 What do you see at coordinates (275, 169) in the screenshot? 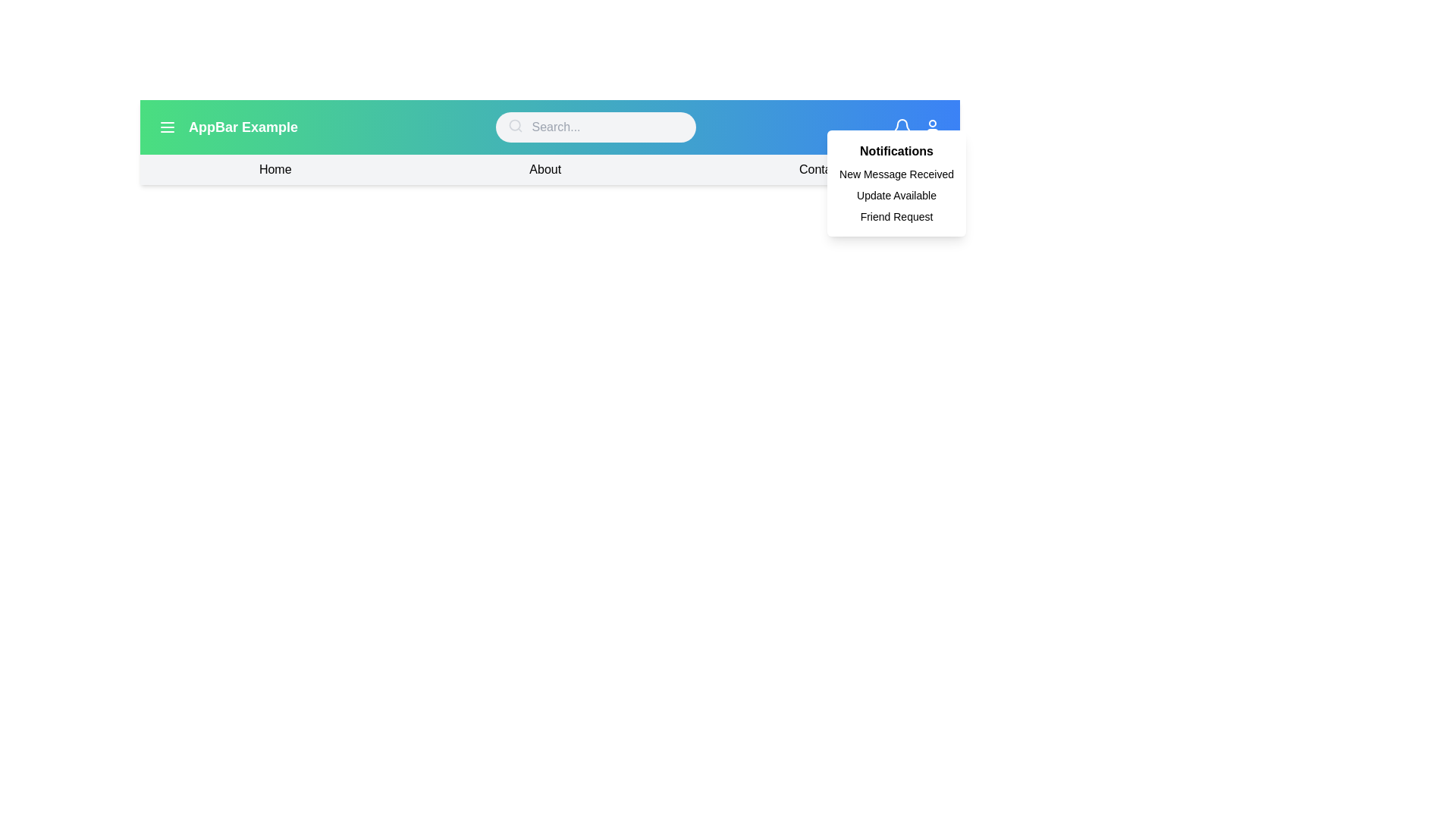
I see `the navigation link Home to navigate to the corresponding section` at bounding box center [275, 169].